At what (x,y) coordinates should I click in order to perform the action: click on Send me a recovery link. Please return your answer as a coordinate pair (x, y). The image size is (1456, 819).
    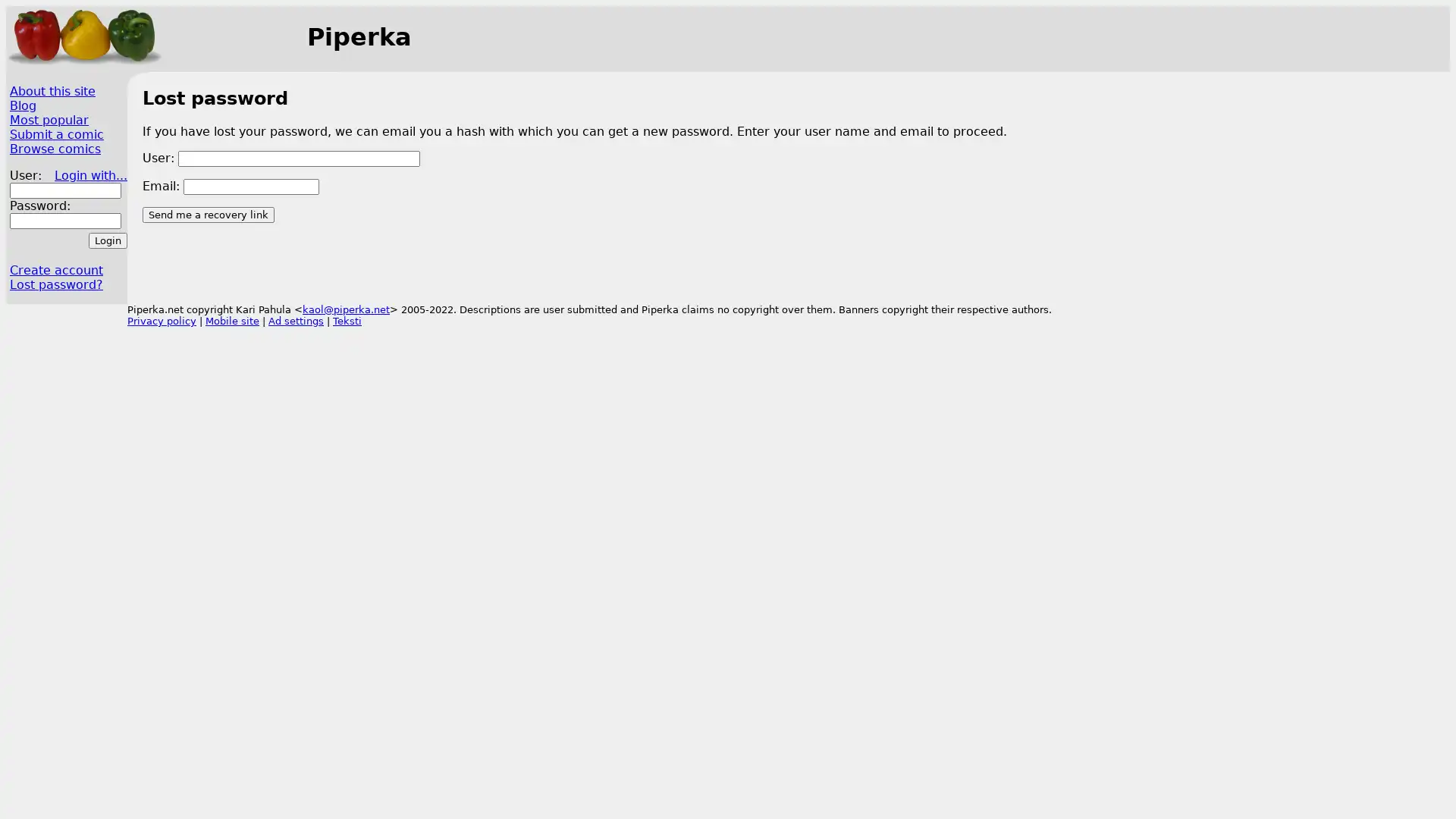
    Looking at the image, I should click on (207, 214).